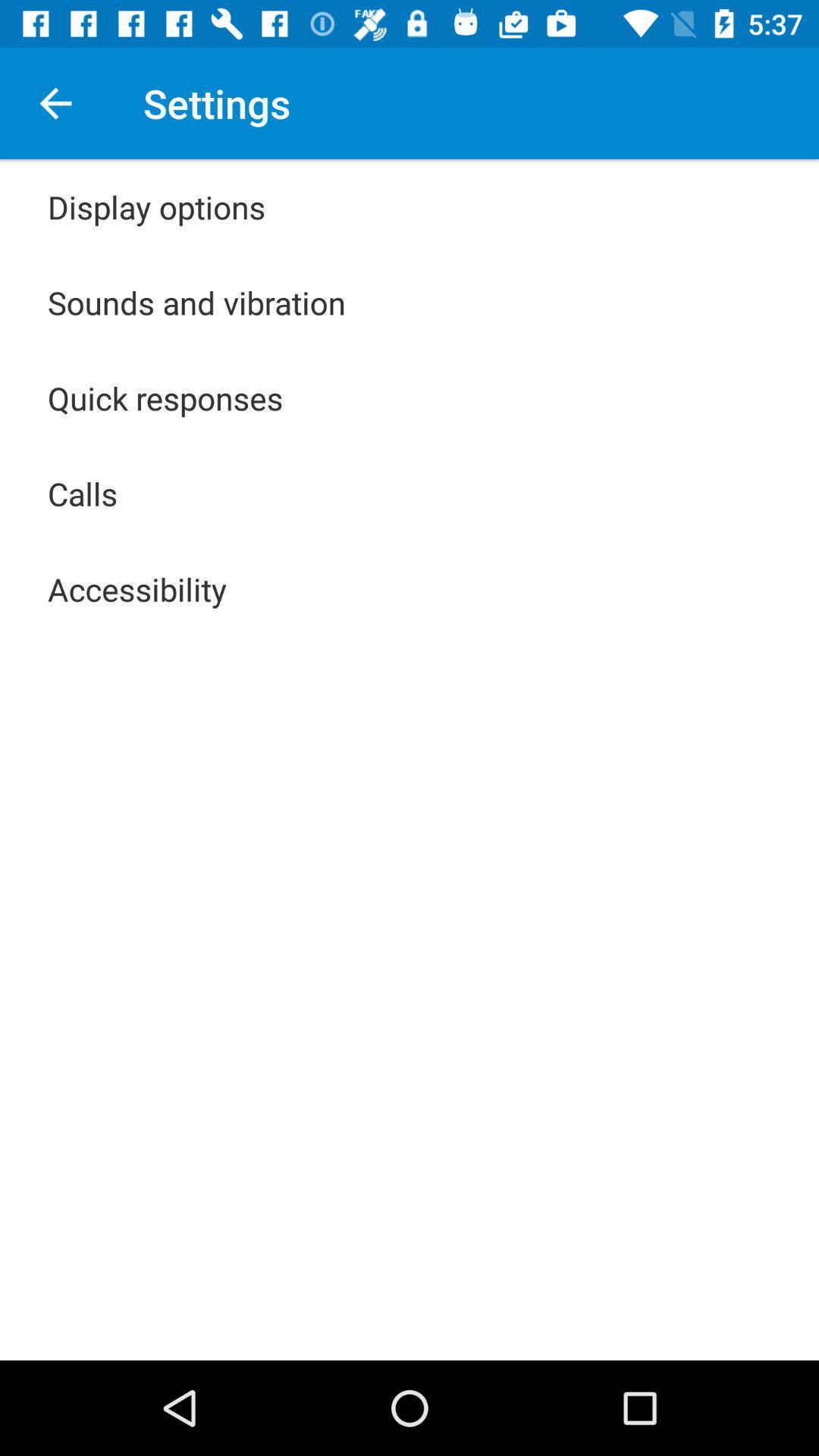  I want to click on the display options icon, so click(156, 206).